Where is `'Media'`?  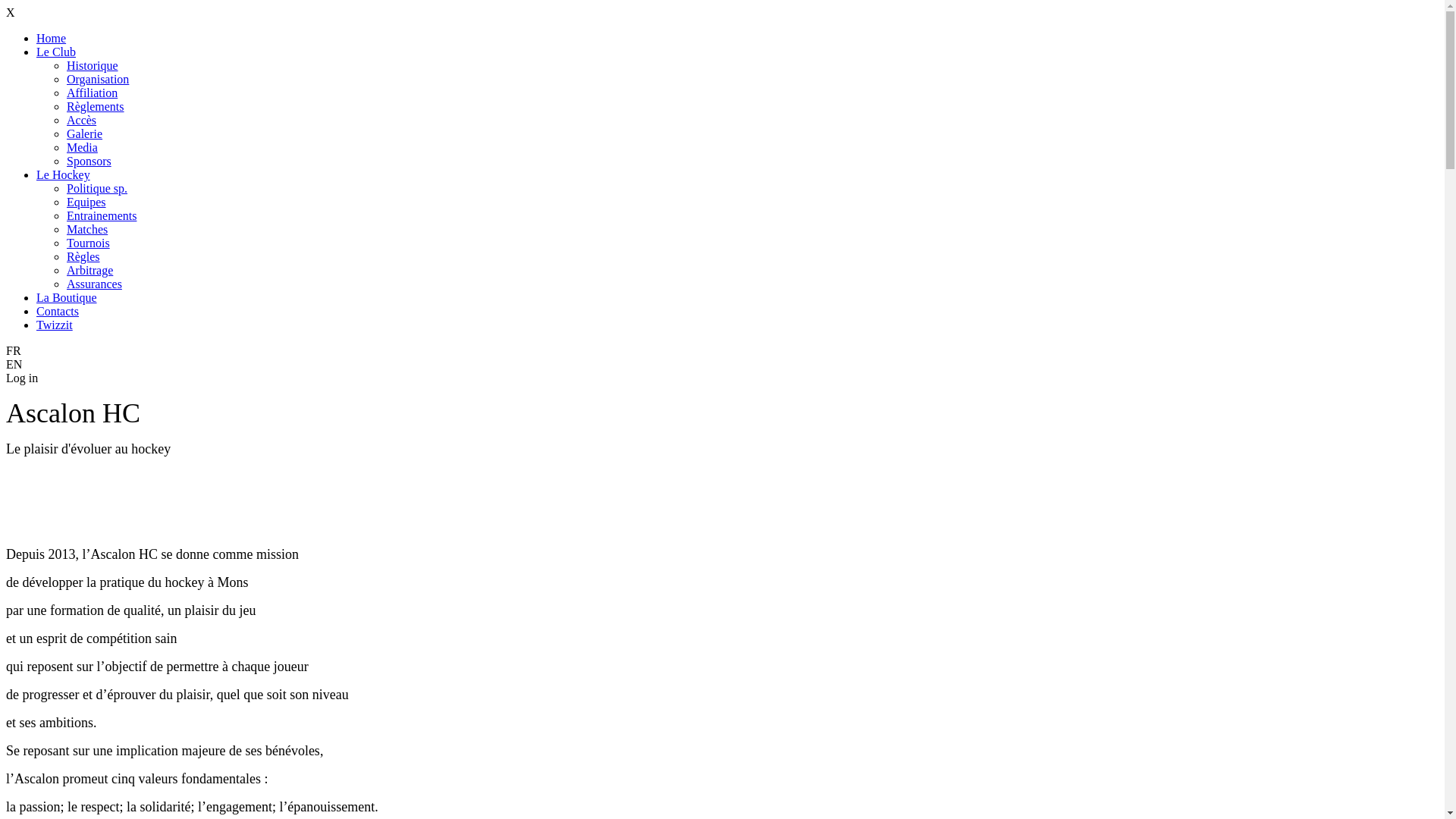
'Media' is located at coordinates (81, 147).